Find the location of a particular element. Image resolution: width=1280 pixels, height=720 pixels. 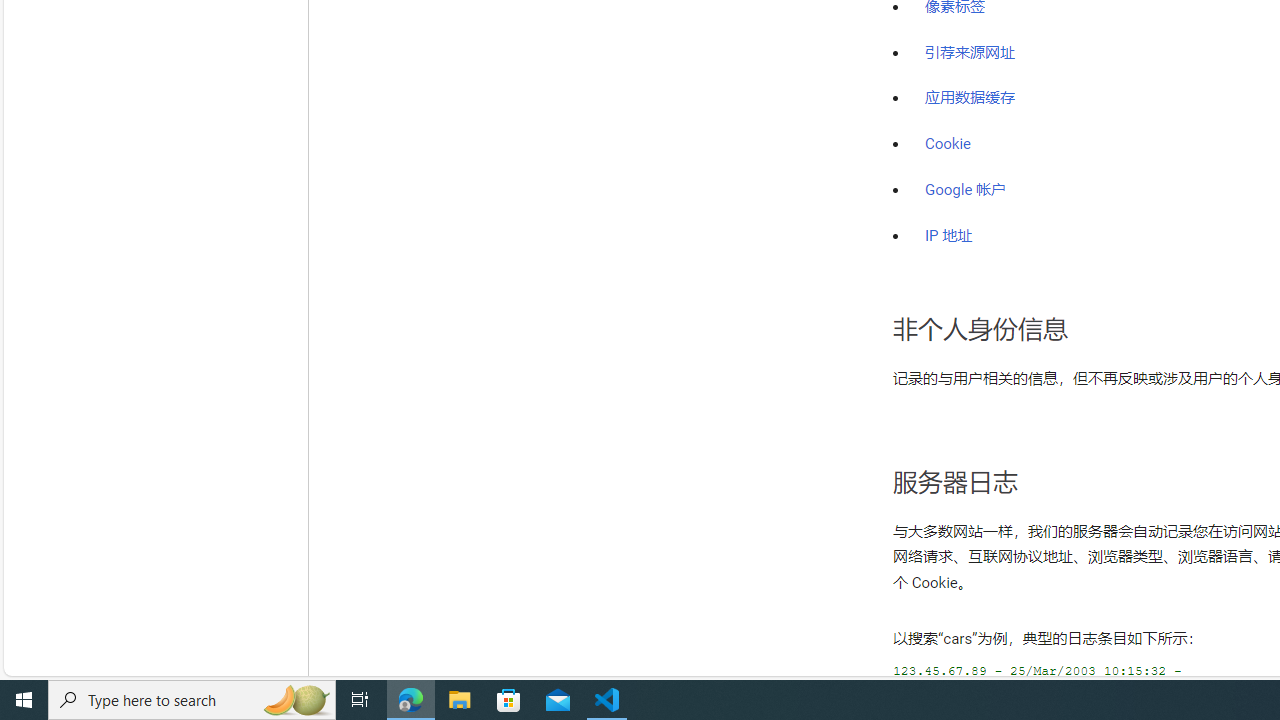

'Cookie' is located at coordinates (947, 143).